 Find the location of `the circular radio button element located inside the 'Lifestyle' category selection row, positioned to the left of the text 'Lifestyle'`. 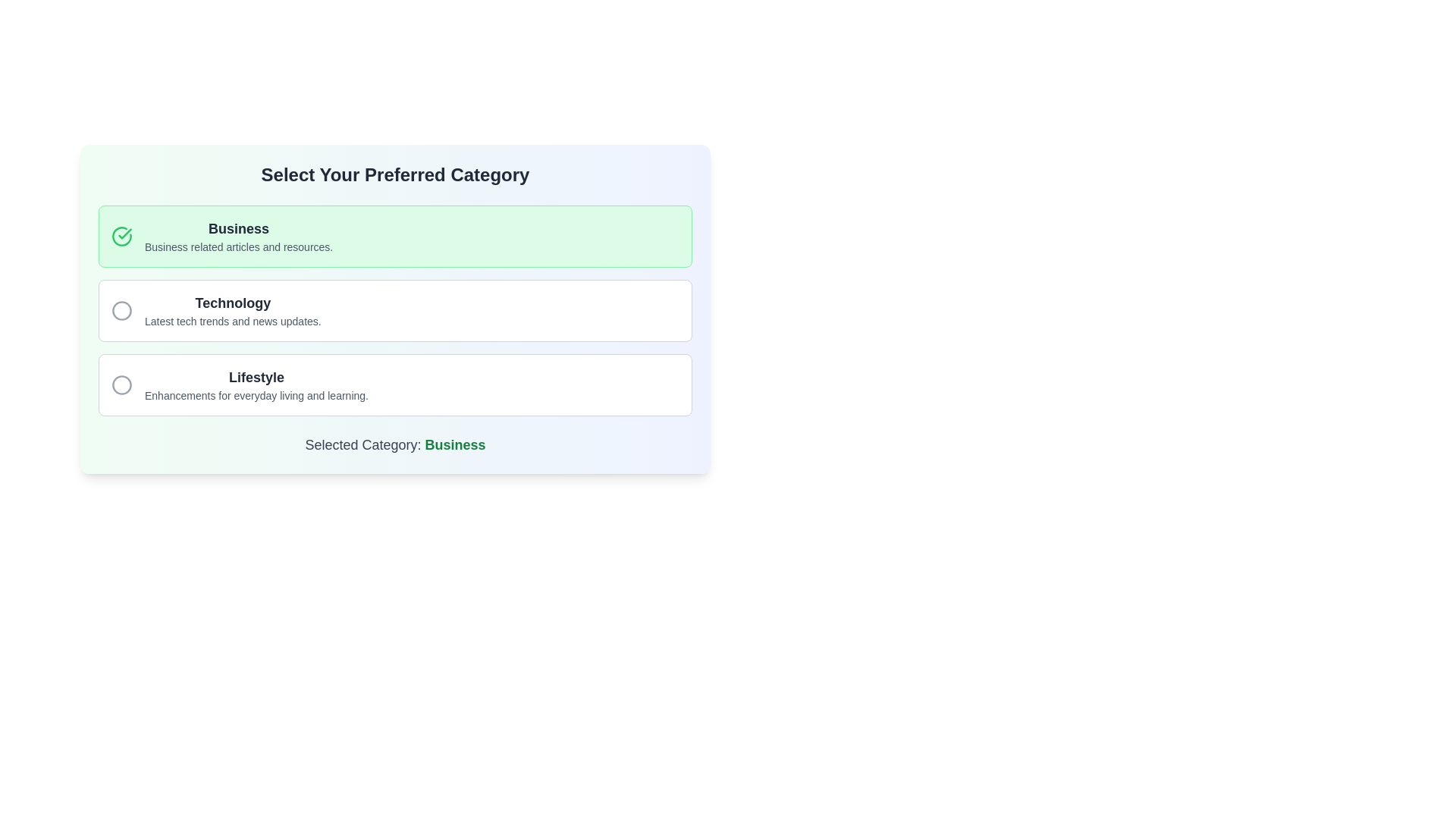

the circular radio button element located inside the 'Lifestyle' category selection row, positioned to the left of the text 'Lifestyle' is located at coordinates (122, 384).